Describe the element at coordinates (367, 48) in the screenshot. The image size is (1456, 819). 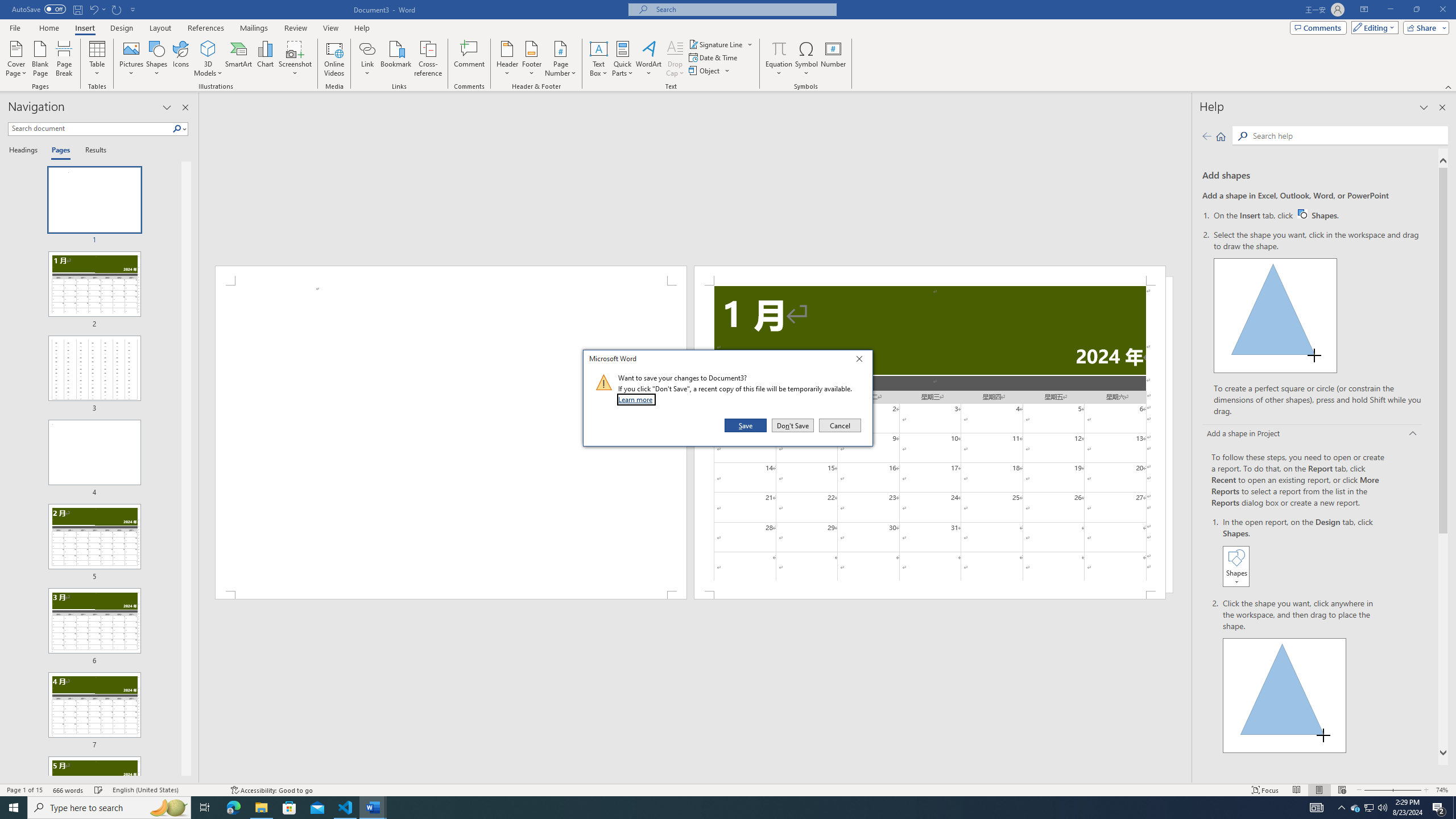
I see `'Link'` at that location.